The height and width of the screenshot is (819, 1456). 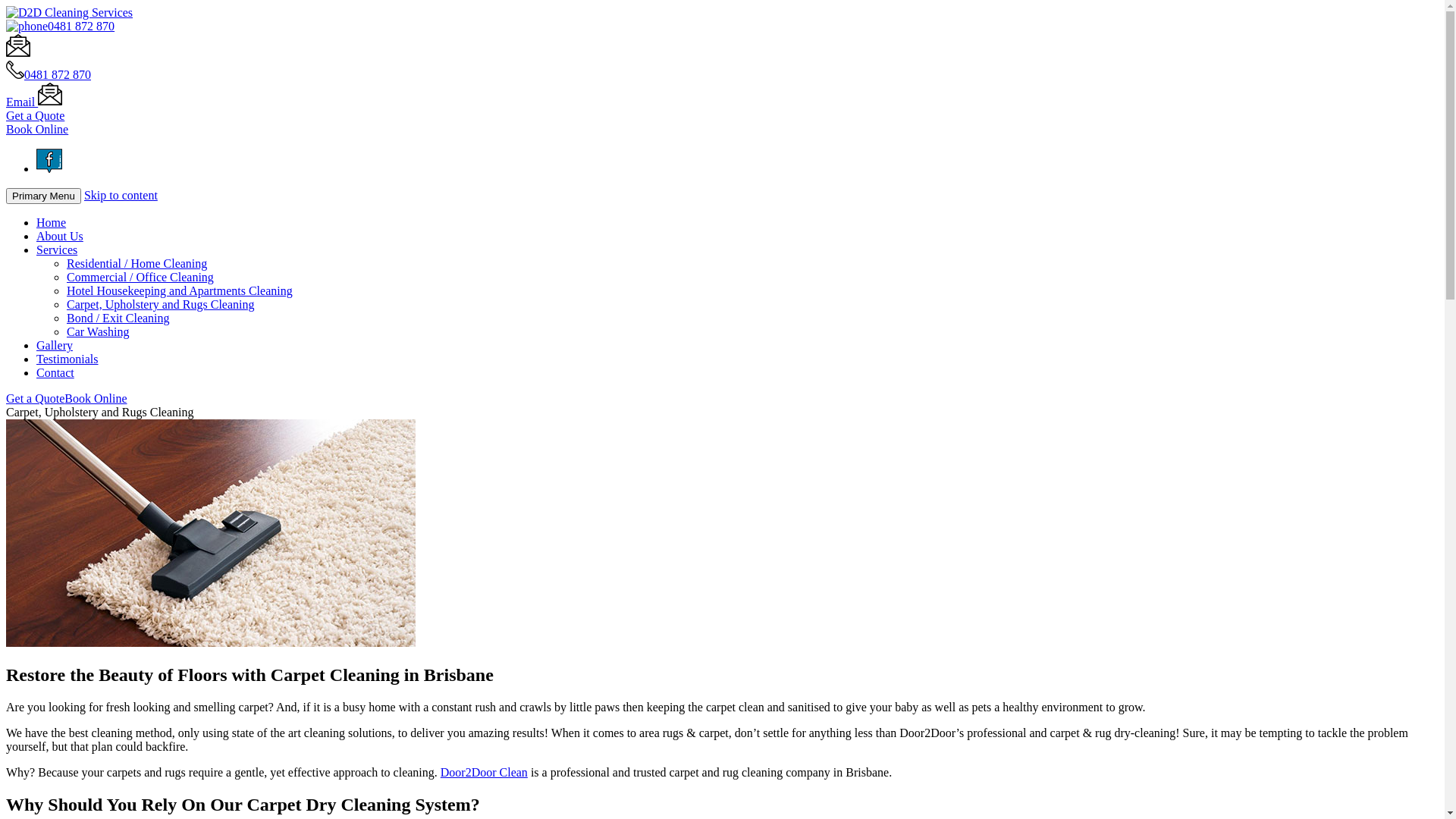 What do you see at coordinates (65, 277) in the screenshot?
I see `'Commercial / Office Cleaning'` at bounding box center [65, 277].